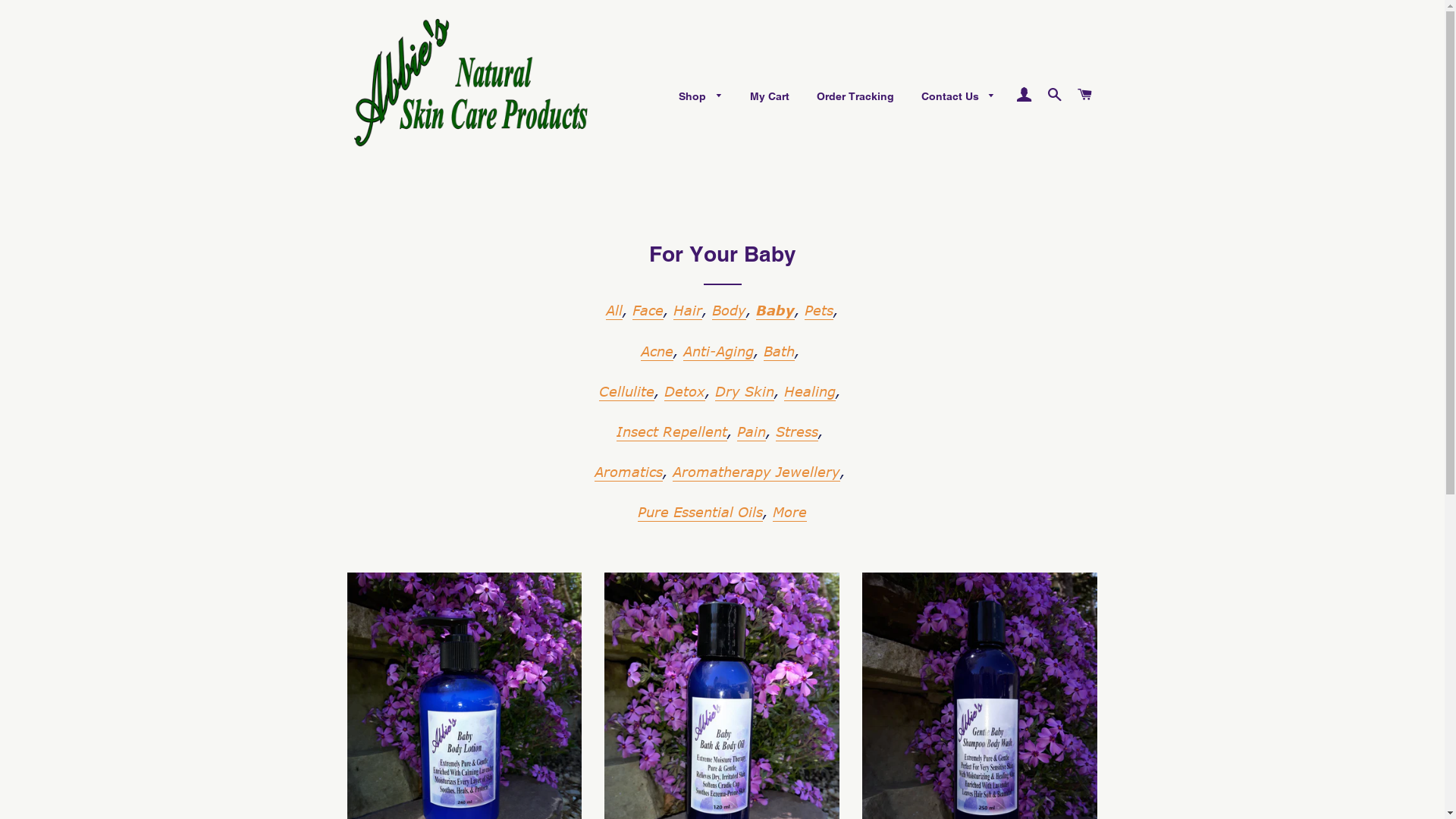 The image size is (1456, 819). What do you see at coordinates (769, 96) in the screenshot?
I see `'My Cart'` at bounding box center [769, 96].